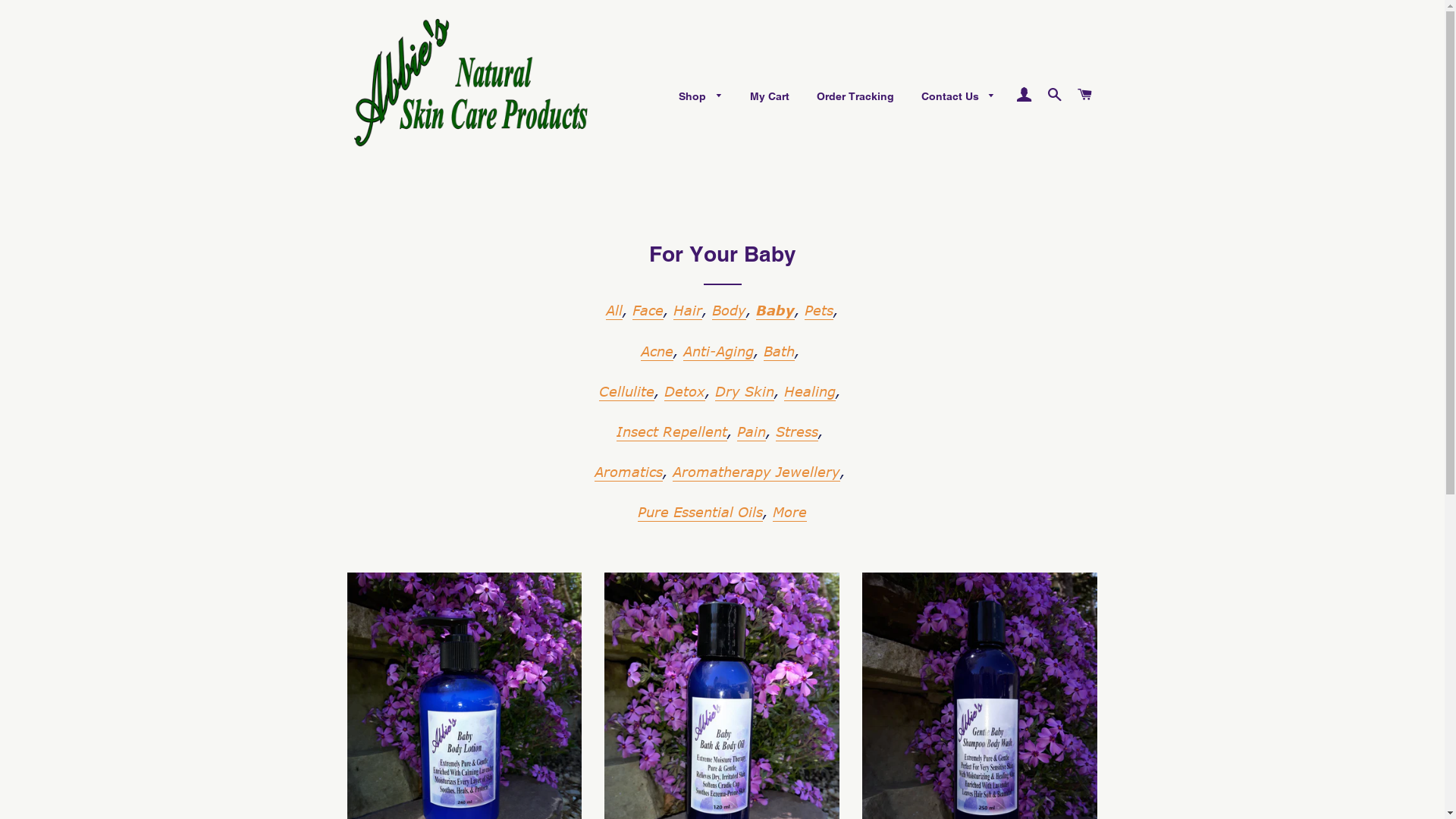 The image size is (1456, 819). What do you see at coordinates (769, 96) in the screenshot?
I see `'My Cart'` at bounding box center [769, 96].